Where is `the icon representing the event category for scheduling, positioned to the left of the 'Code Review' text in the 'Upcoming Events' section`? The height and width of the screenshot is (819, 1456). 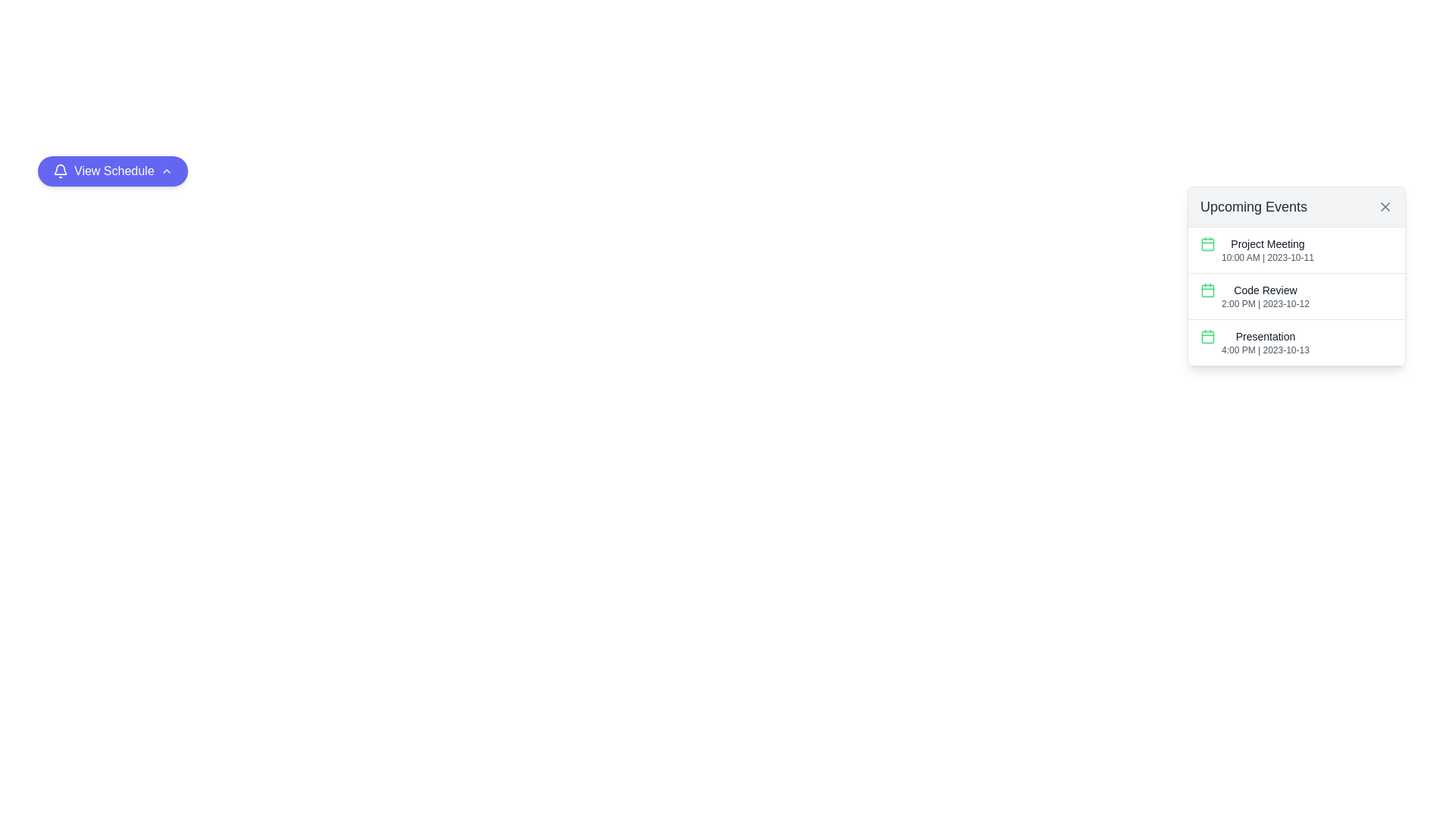
the icon representing the event category for scheduling, positioned to the left of the 'Code Review' text in the 'Upcoming Events' section is located at coordinates (1207, 290).